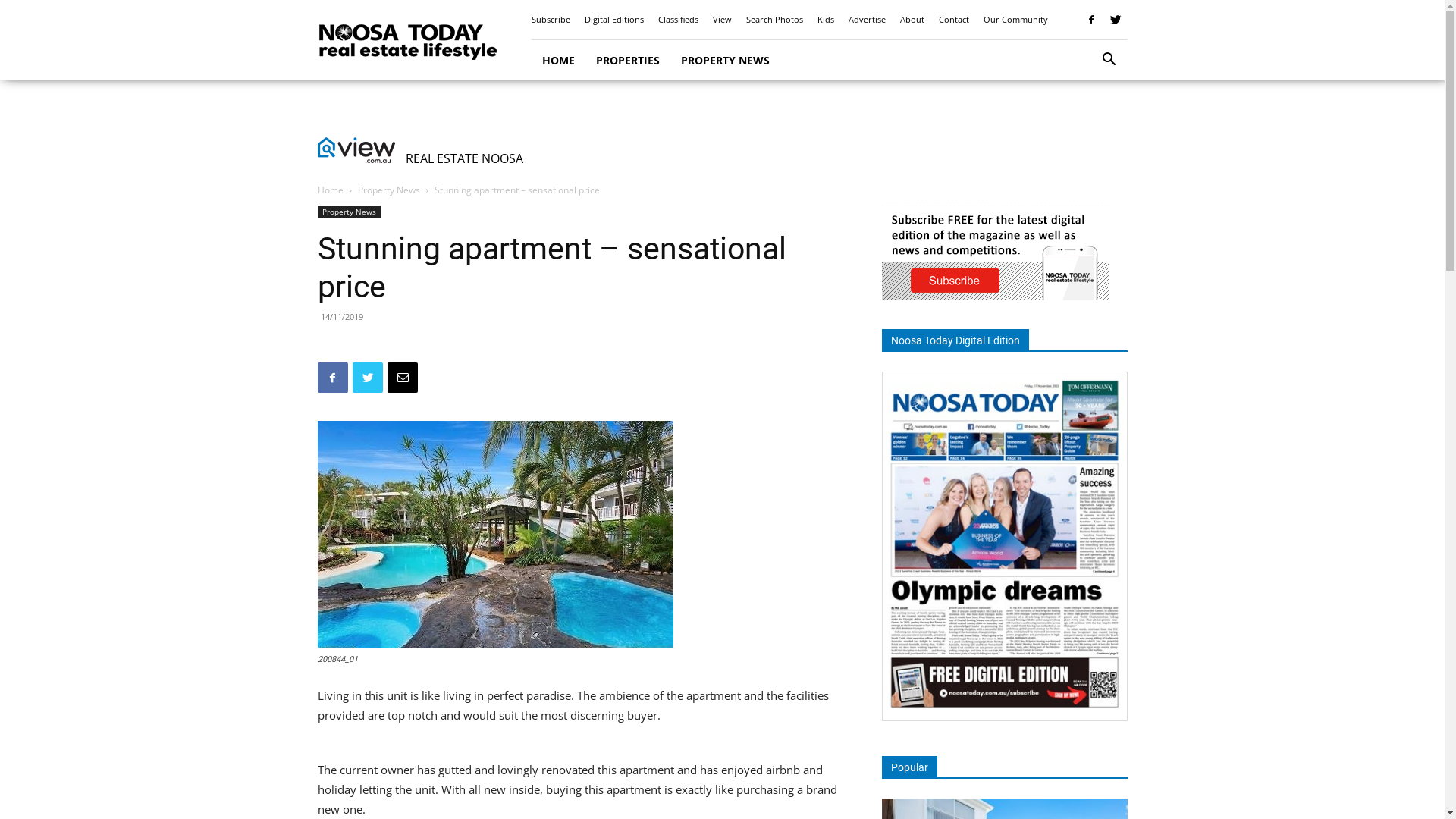 This screenshot has width=1456, height=819. What do you see at coordinates (677, 19) in the screenshot?
I see `'Classifieds'` at bounding box center [677, 19].